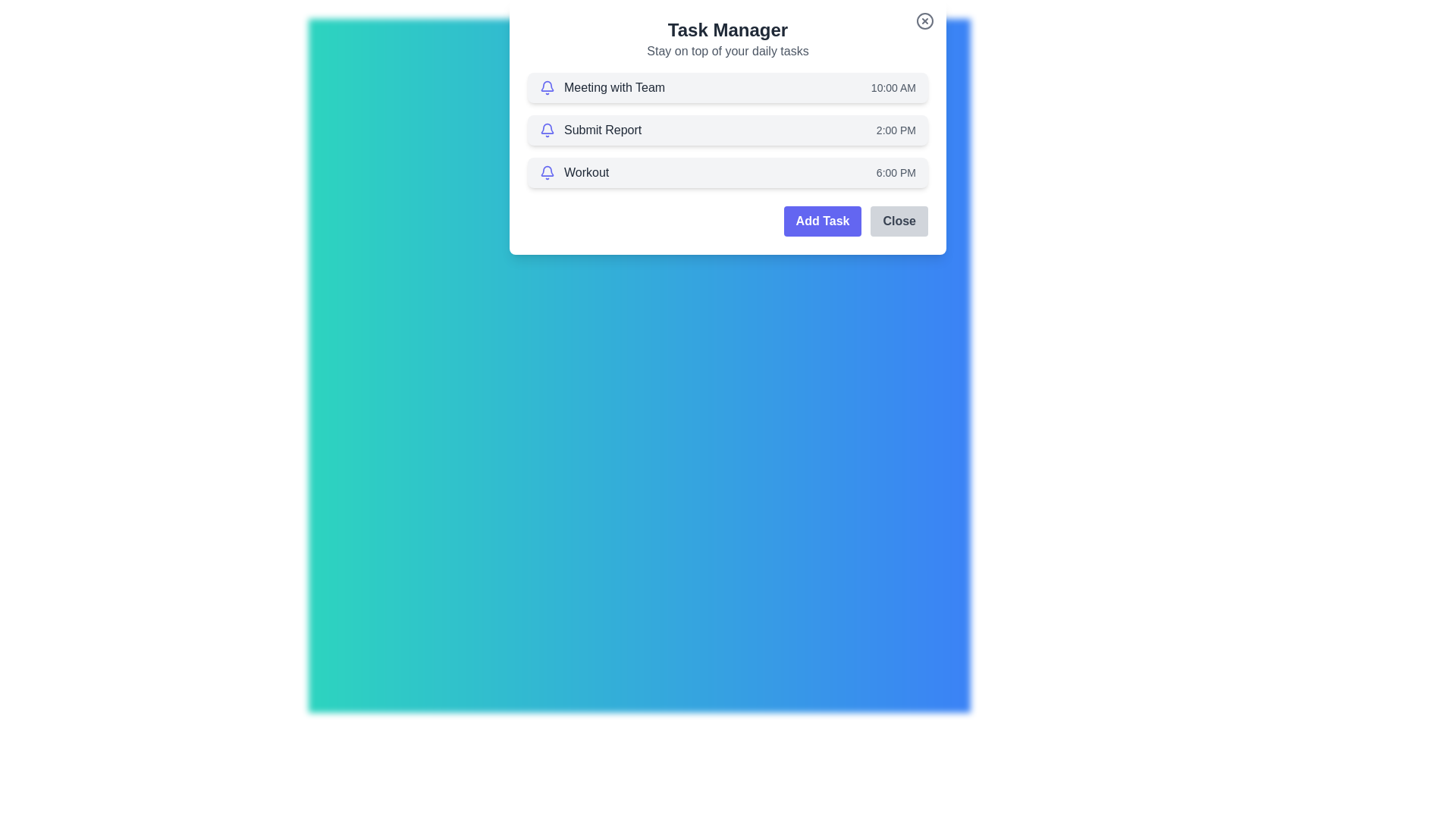 This screenshot has width=1456, height=819. What do you see at coordinates (896, 130) in the screenshot?
I see `the static text label displaying the scheduled time for the 'Submit Report' task, which is located in the second task box and aligned to the right of the task title` at bounding box center [896, 130].